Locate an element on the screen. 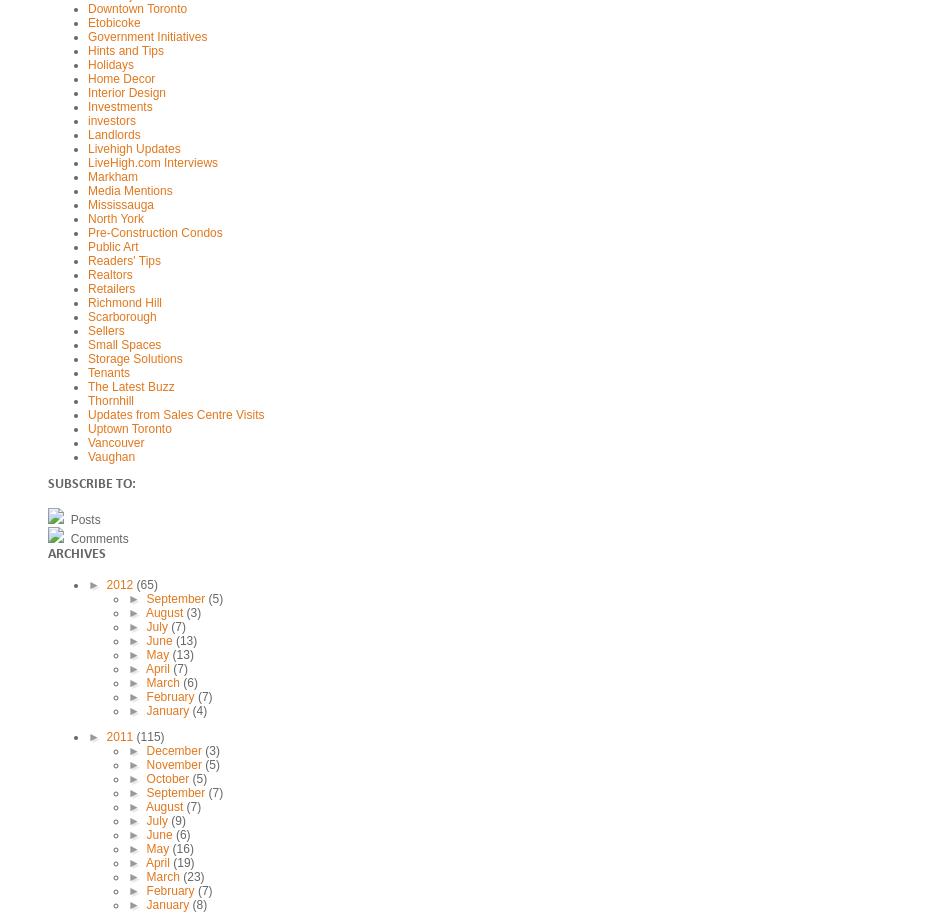 This screenshot has height=915, width=938. 'Mississauga' is located at coordinates (120, 204).